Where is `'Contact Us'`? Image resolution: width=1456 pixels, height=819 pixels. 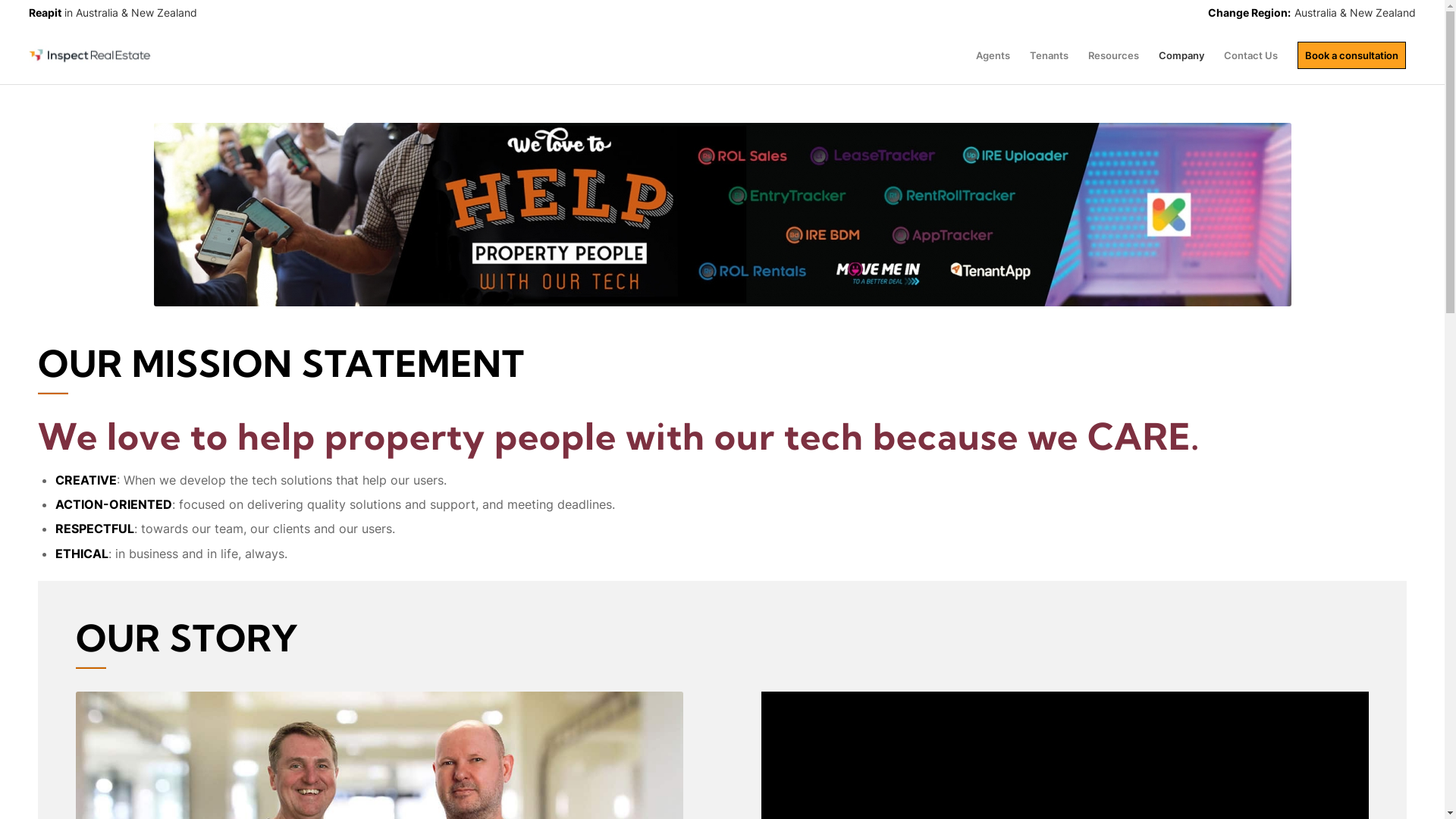 'Contact Us' is located at coordinates (1250, 55).